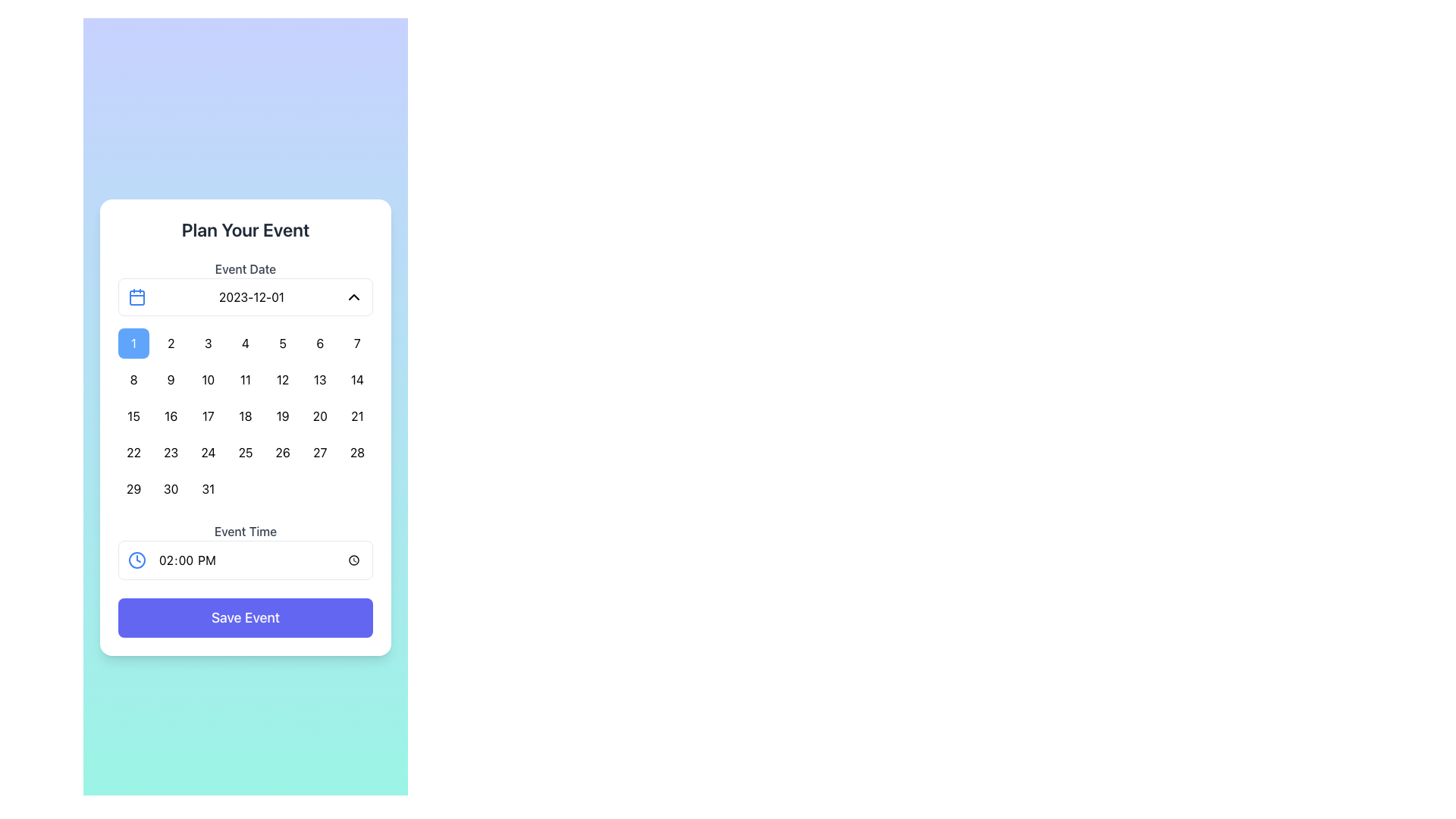  Describe the element at coordinates (207, 452) in the screenshot. I see `the selectable day button for the 24th date in the calendar interface located in the 22nd row and 3rd column` at that location.